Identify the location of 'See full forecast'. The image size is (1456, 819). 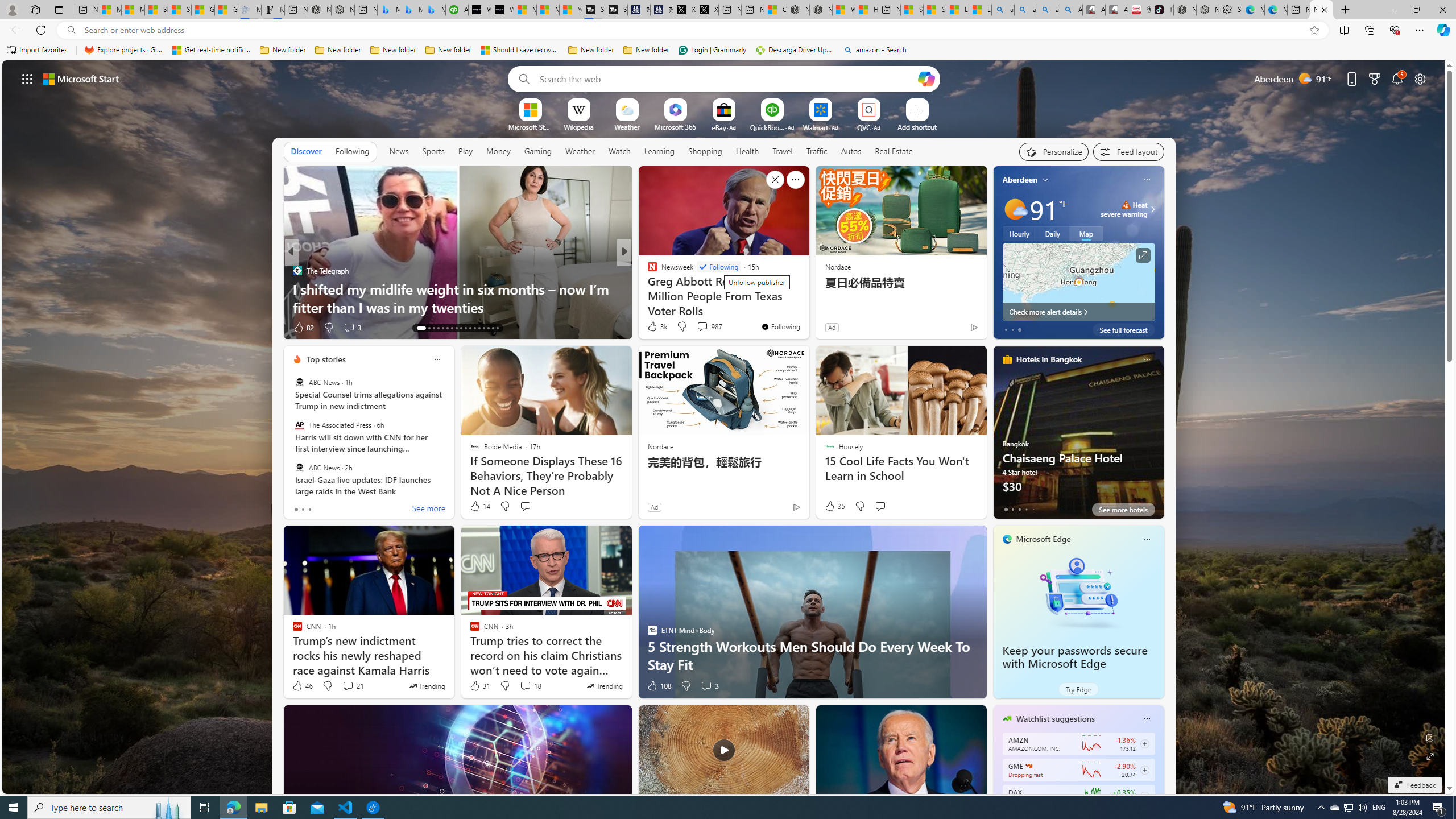
(1123, 329).